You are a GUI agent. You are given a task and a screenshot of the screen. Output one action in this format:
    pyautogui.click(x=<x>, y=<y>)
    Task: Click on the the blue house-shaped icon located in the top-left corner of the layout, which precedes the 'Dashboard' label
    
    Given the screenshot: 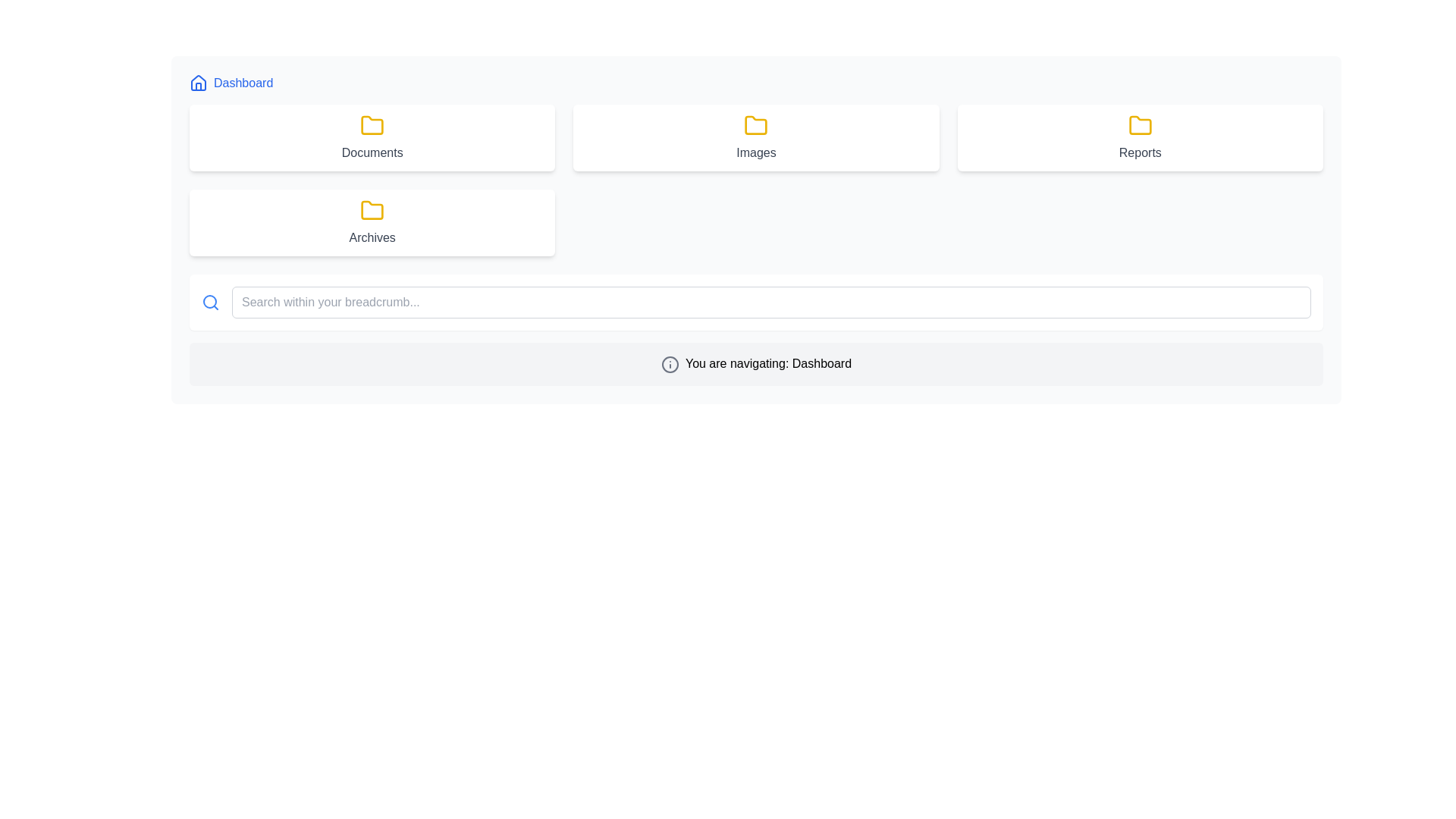 What is the action you would take?
    pyautogui.click(x=198, y=83)
    